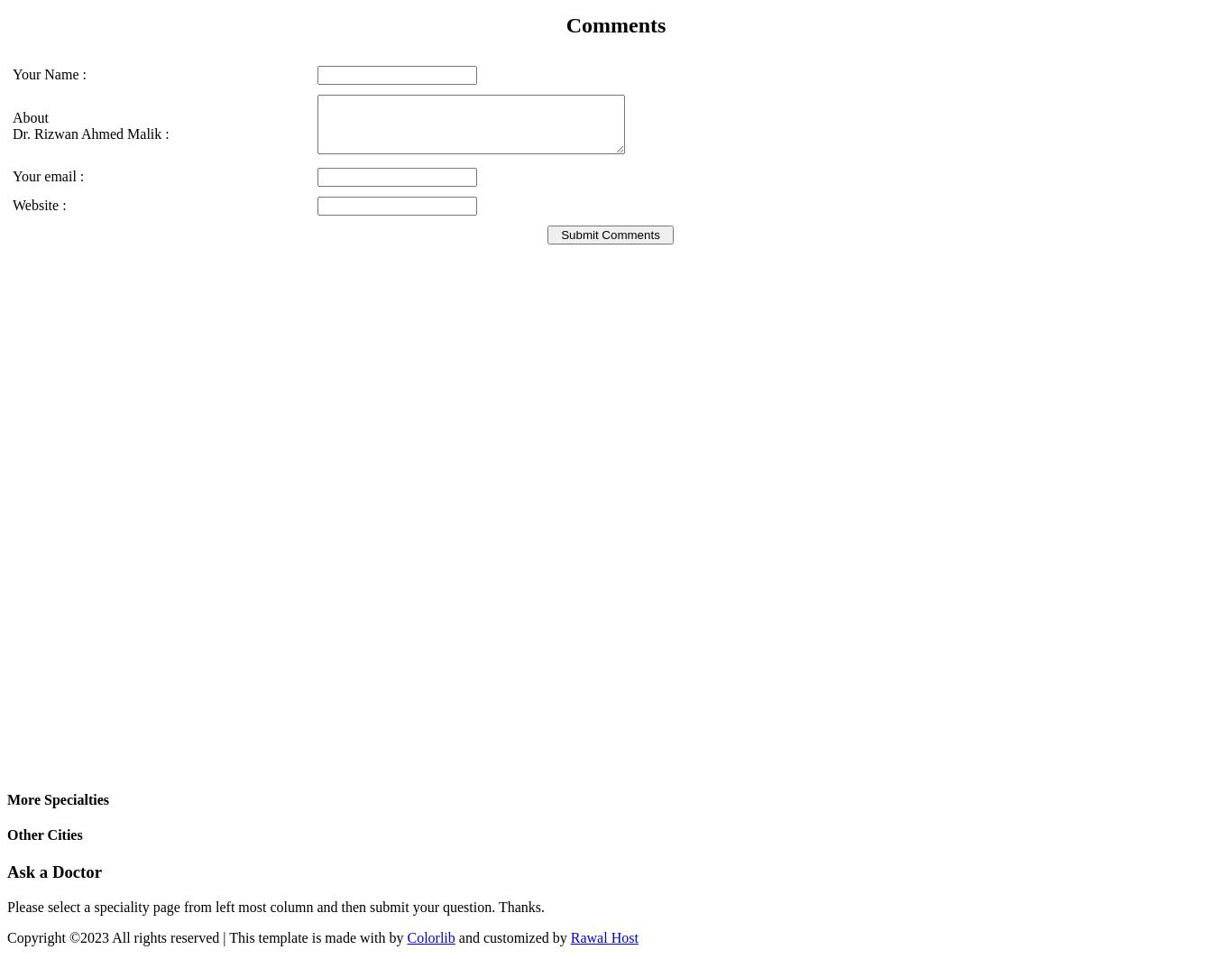 The image size is (1232, 959). What do you see at coordinates (602, 936) in the screenshot?
I see `'Rawal Host'` at bounding box center [602, 936].